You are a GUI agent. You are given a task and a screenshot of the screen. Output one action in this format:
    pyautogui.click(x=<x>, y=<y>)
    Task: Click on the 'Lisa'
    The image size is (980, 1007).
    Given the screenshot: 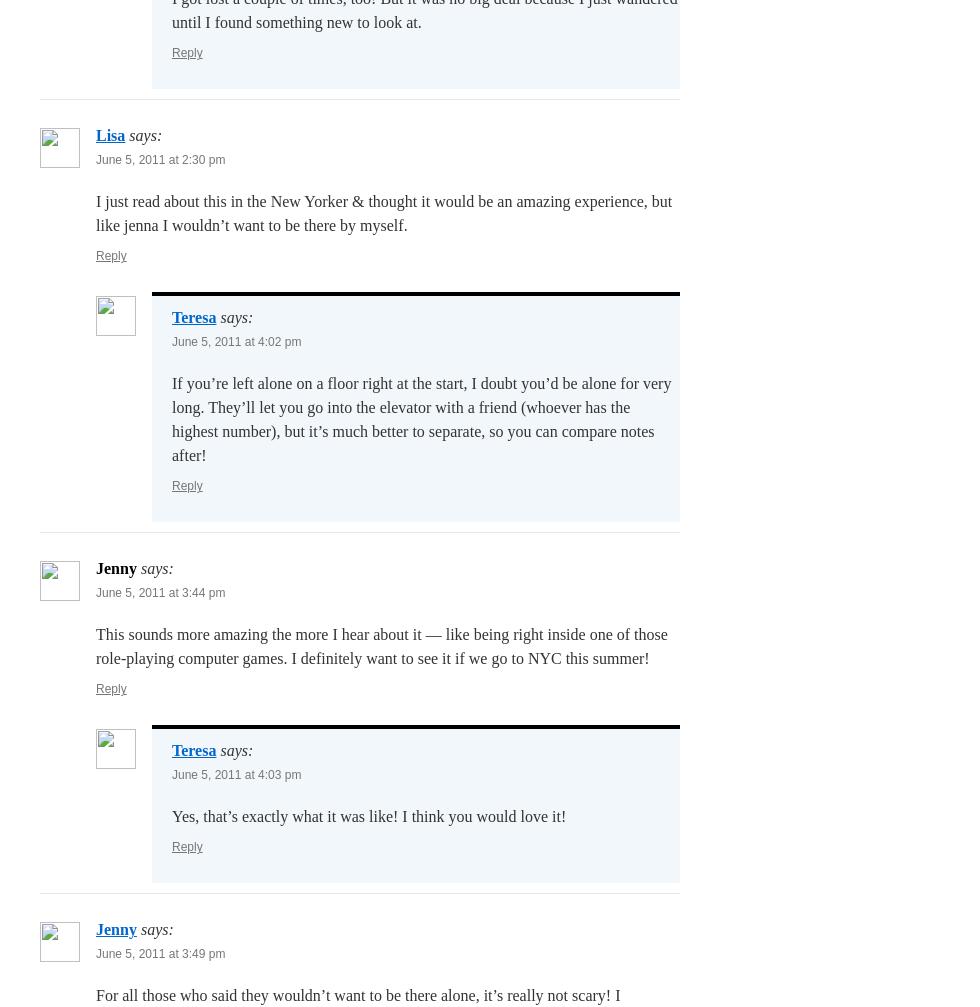 What is the action you would take?
    pyautogui.click(x=110, y=135)
    